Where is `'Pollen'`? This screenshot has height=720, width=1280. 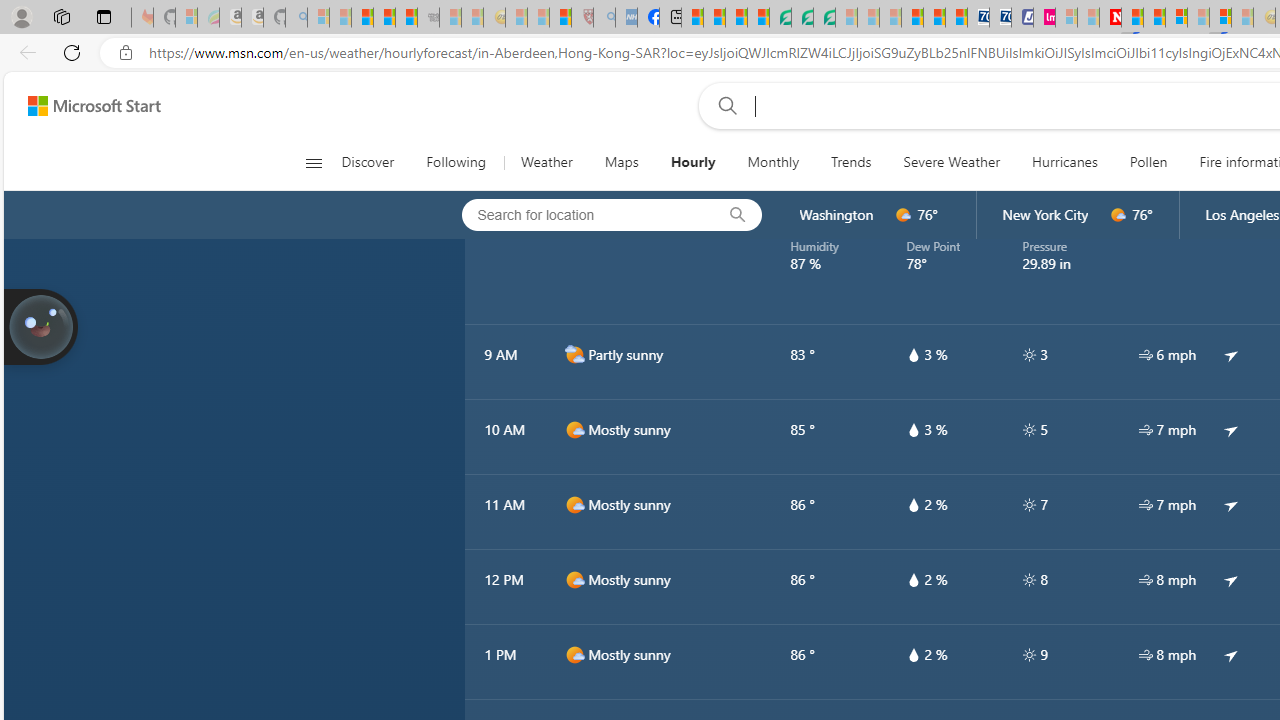 'Pollen' is located at coordinates (1148, 162).